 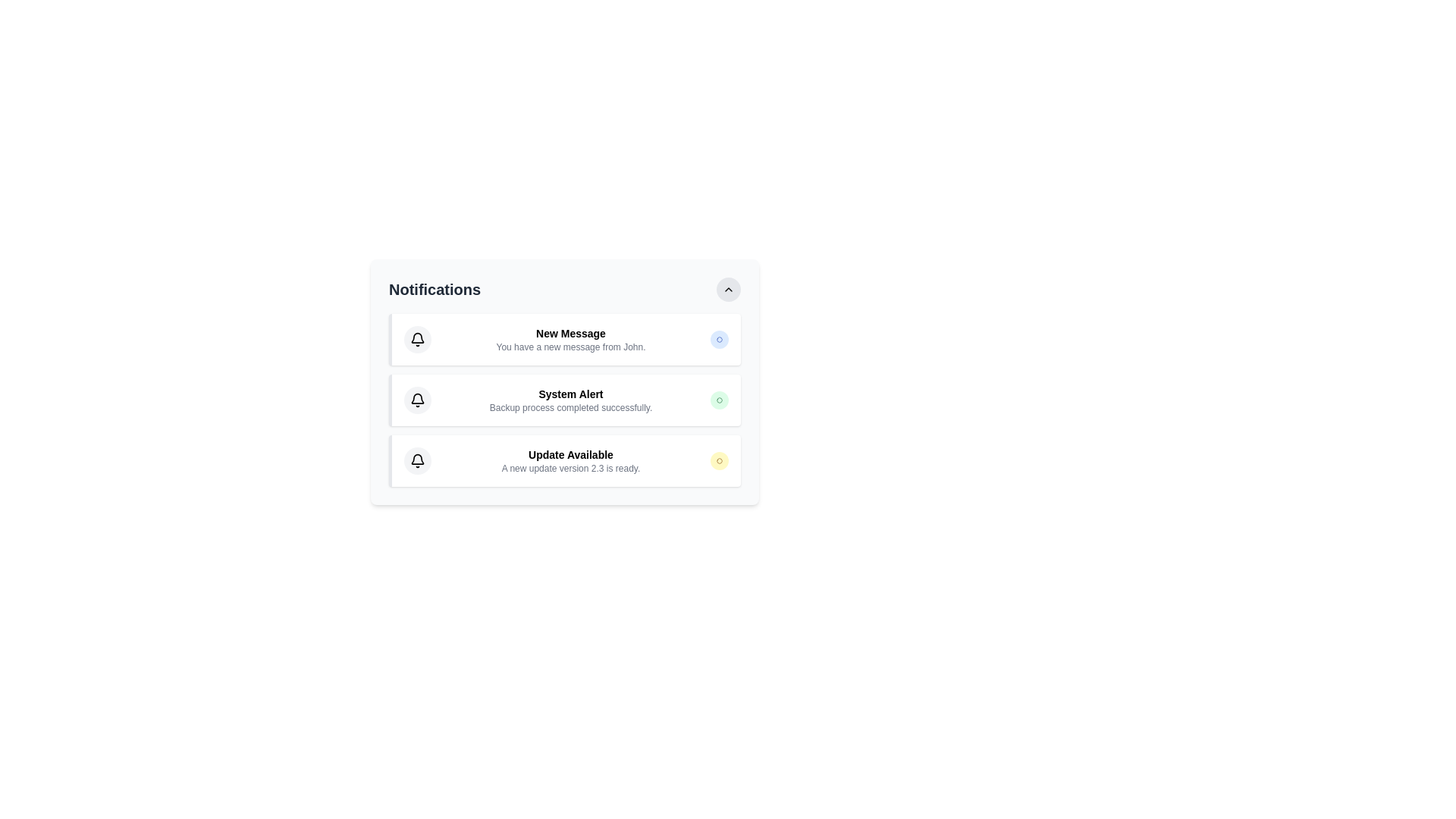 I want to click on the circular button with a gray background and upward-pointing chevron icon, located at the top-right corner of the notification box, adjacent to the 'Notifications' header text, so click(x=728, y=289).